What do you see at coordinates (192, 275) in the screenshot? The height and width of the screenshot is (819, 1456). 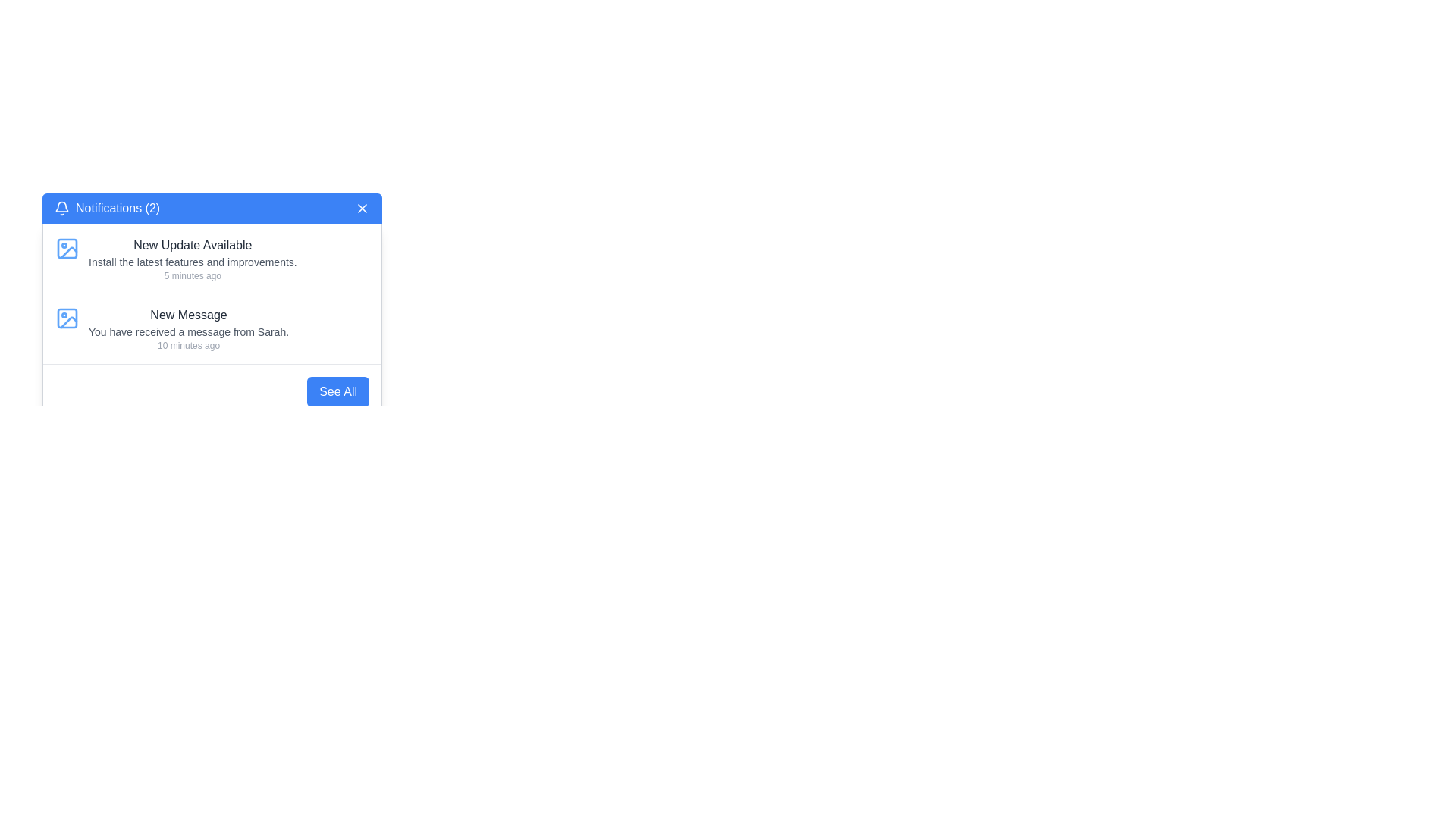 I see `text label displaying '5 minutes ago' located in the notification panel, which is styled in light gray and serves as a timestamp` at bounding box center [192, 275].